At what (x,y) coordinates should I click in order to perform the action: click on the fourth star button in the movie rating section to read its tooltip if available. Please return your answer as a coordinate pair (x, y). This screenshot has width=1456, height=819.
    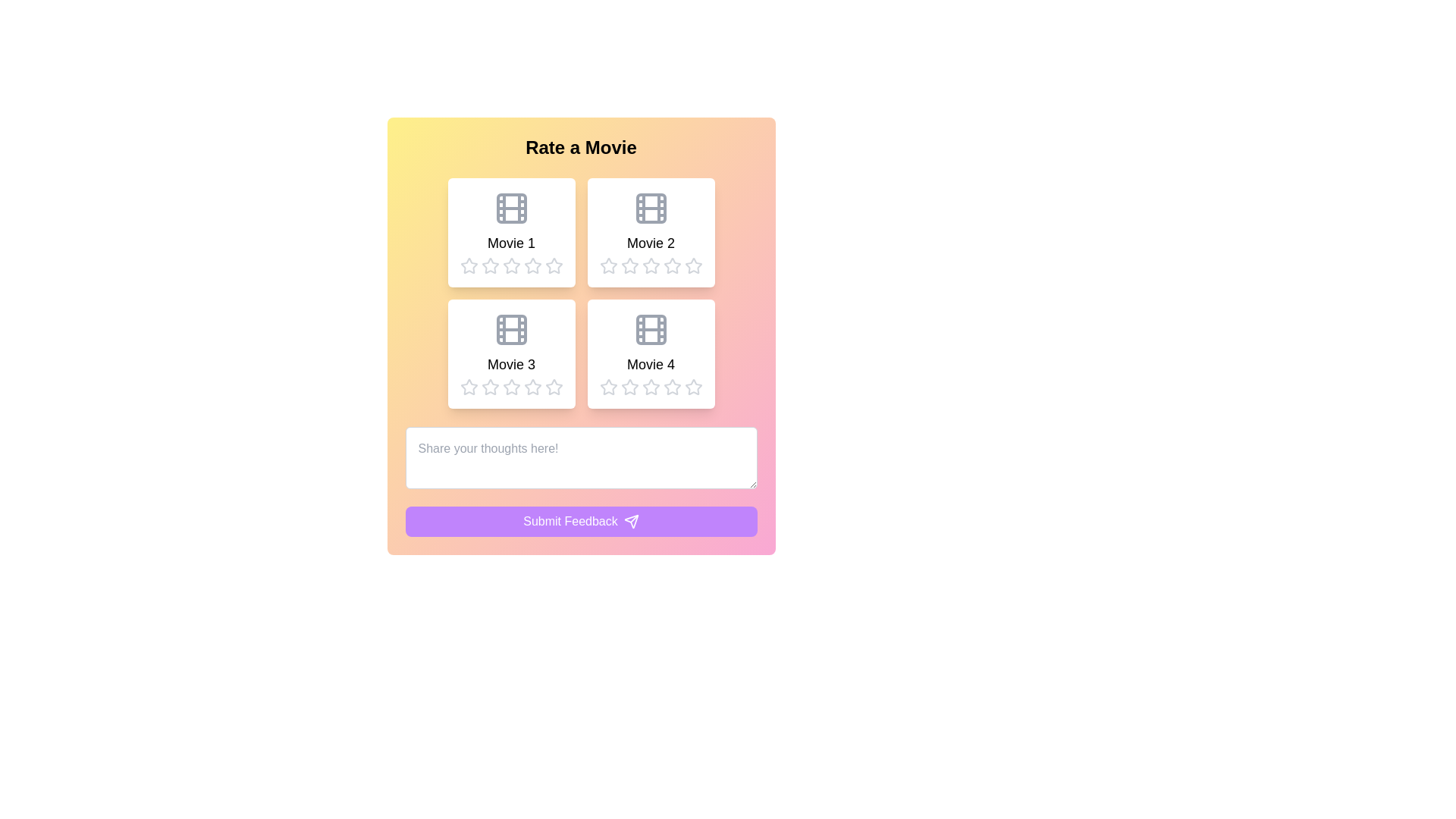
    Looking at the image, I should click on (671, 386).